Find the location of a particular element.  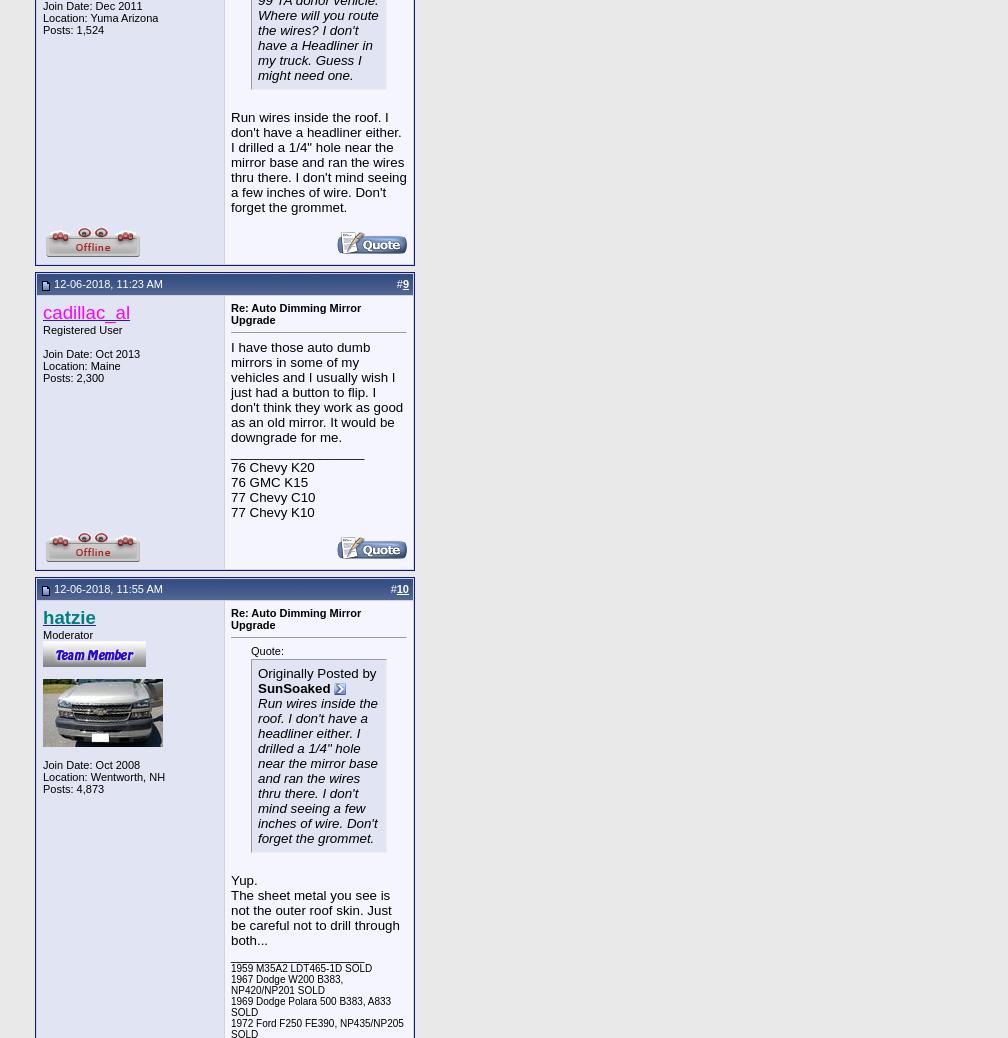

'76 GMC K15' is located at coordinates (231, 482).